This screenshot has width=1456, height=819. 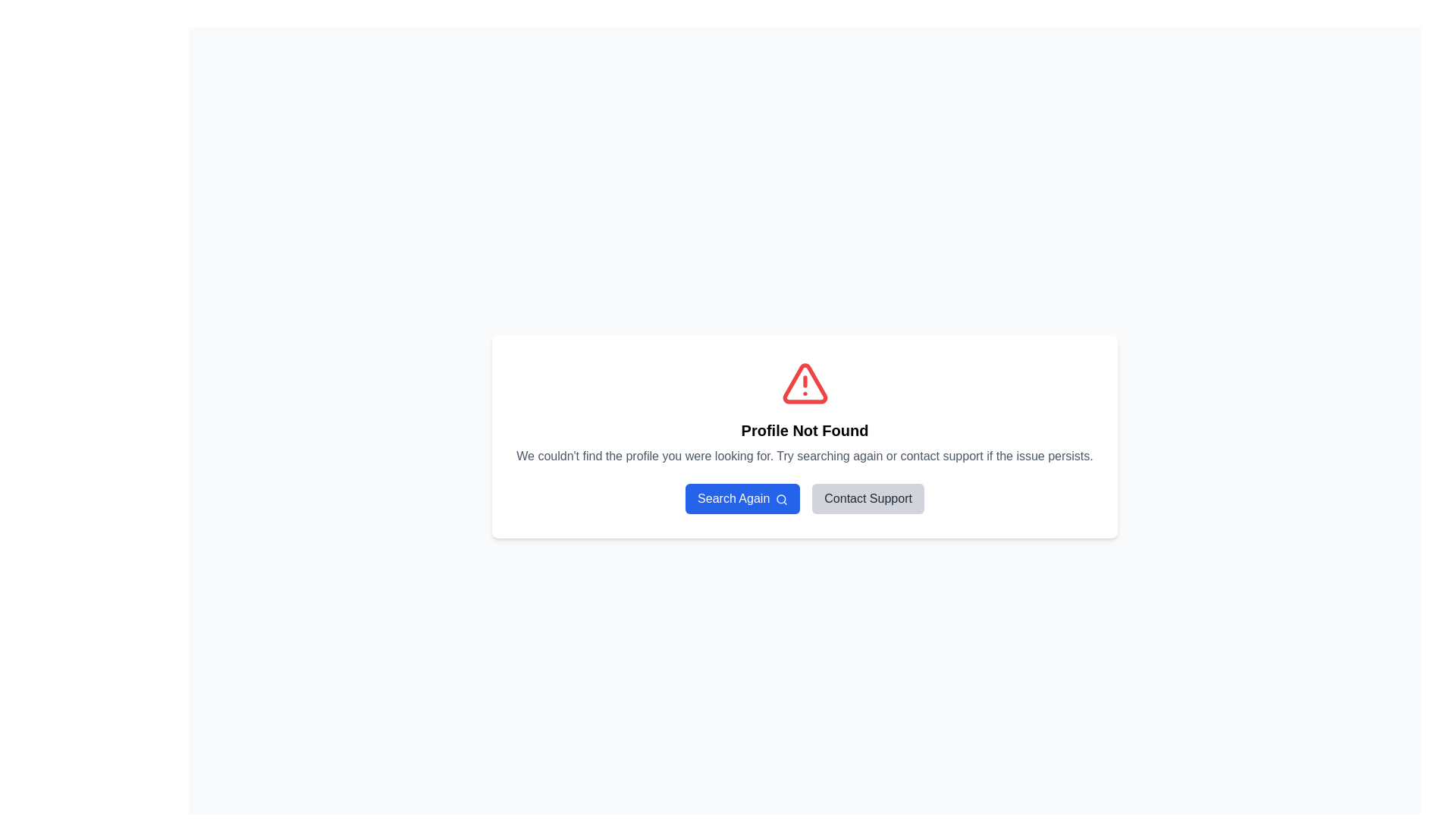 I want to click on the search icon located on the right side of the 'Search Again' button, adjacent to its text label, below the 'Profile Not Found' message, so click(x=782, y=499).